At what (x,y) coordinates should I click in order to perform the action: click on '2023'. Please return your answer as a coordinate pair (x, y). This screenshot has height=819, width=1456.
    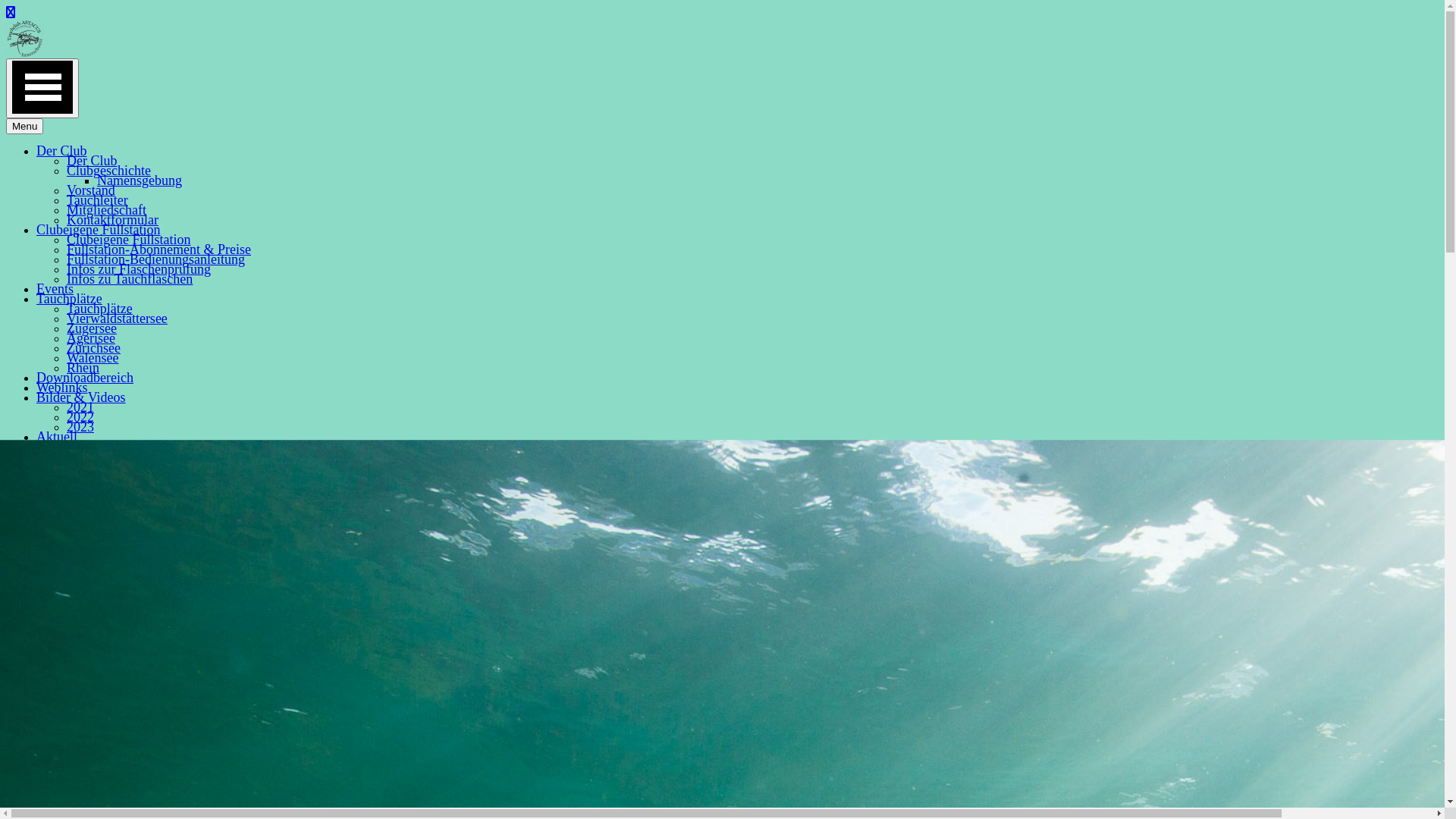
    Looking at the image, I should click on (79, 427).